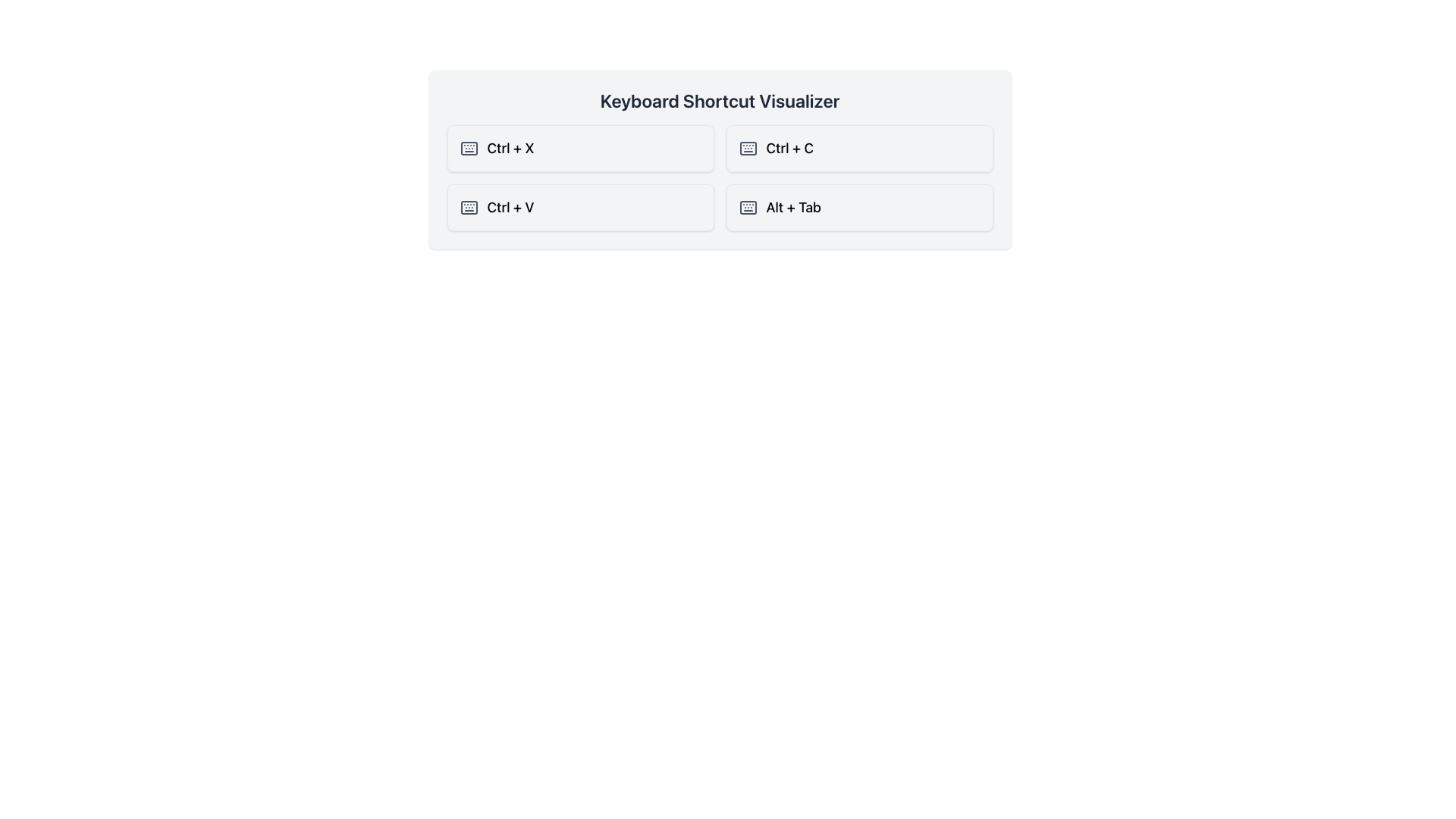 This screenshot has height=819, width=1456. I want to click on the button that represents the 'Ctrl + C' keyboard shortcut, located at the top row, second column of a 2x2 grid layout, so click(859, 149).